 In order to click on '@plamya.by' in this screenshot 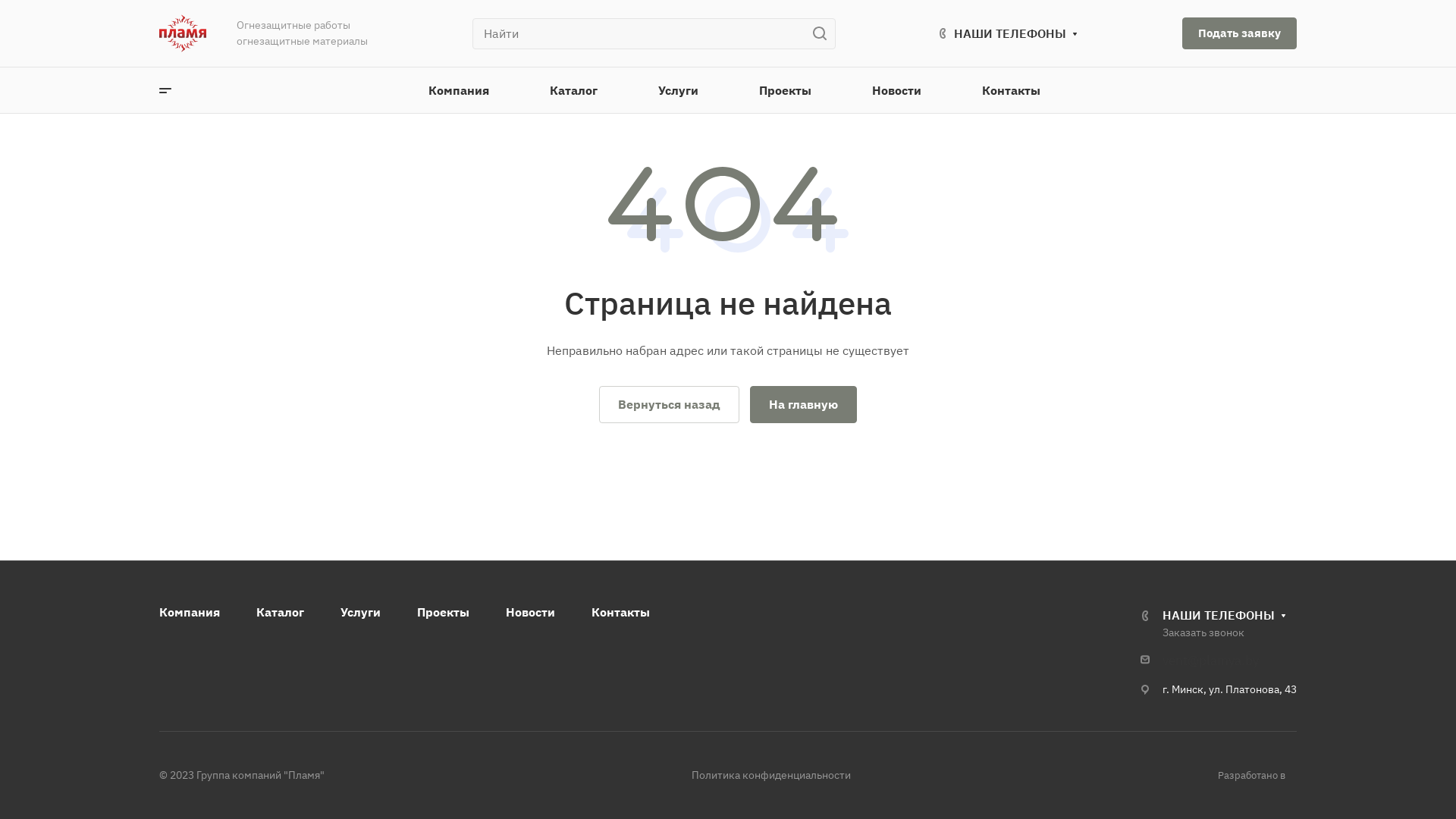, I will do `click(1222, 660)`.